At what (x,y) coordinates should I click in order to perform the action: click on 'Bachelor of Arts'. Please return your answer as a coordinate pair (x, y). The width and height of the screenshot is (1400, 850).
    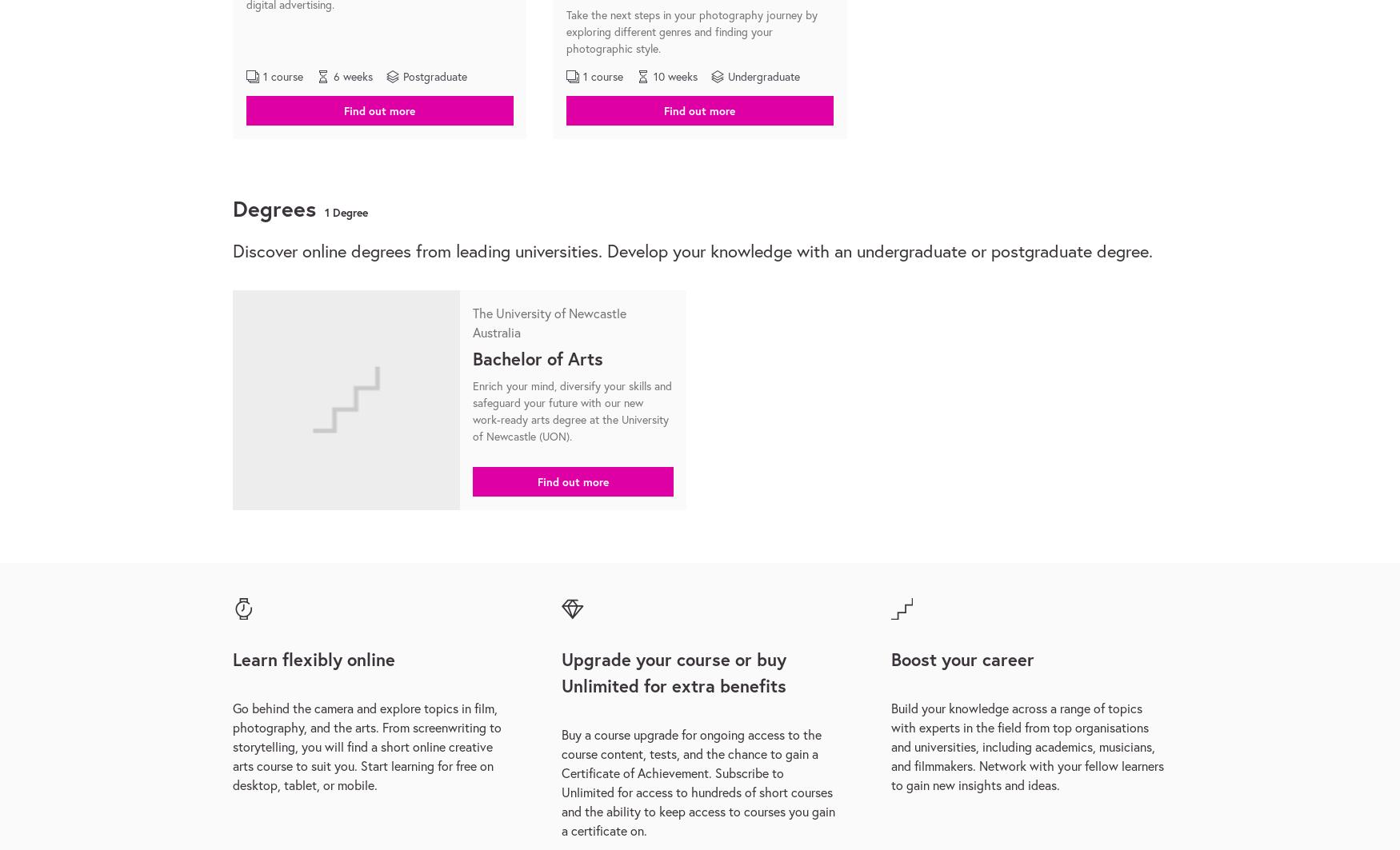
    Looking at the image, I should click on (472, 357).